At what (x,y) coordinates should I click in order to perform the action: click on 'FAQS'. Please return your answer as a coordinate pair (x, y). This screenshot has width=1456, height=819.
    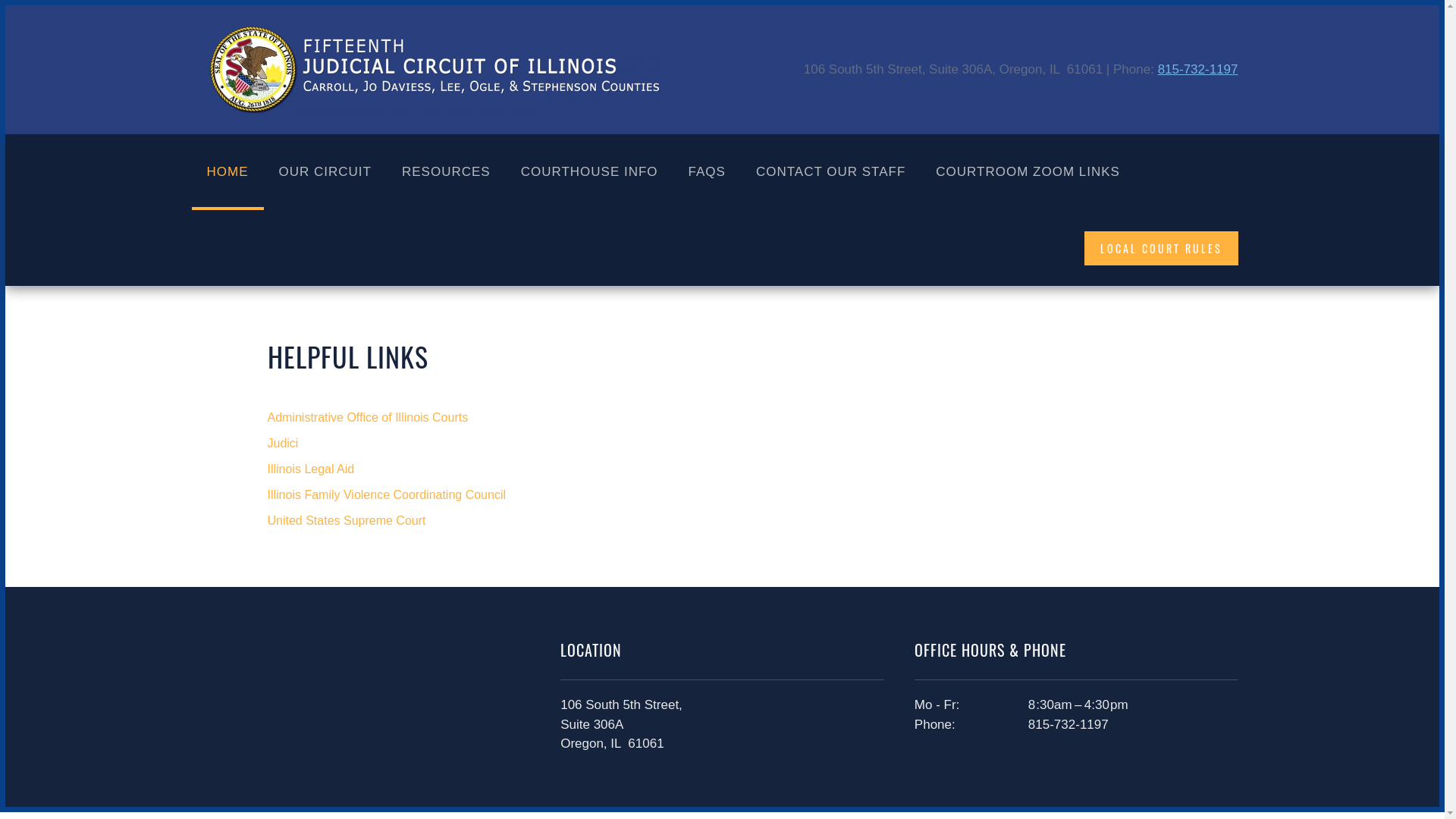
    Looking at the image, I should click on (706, 171).